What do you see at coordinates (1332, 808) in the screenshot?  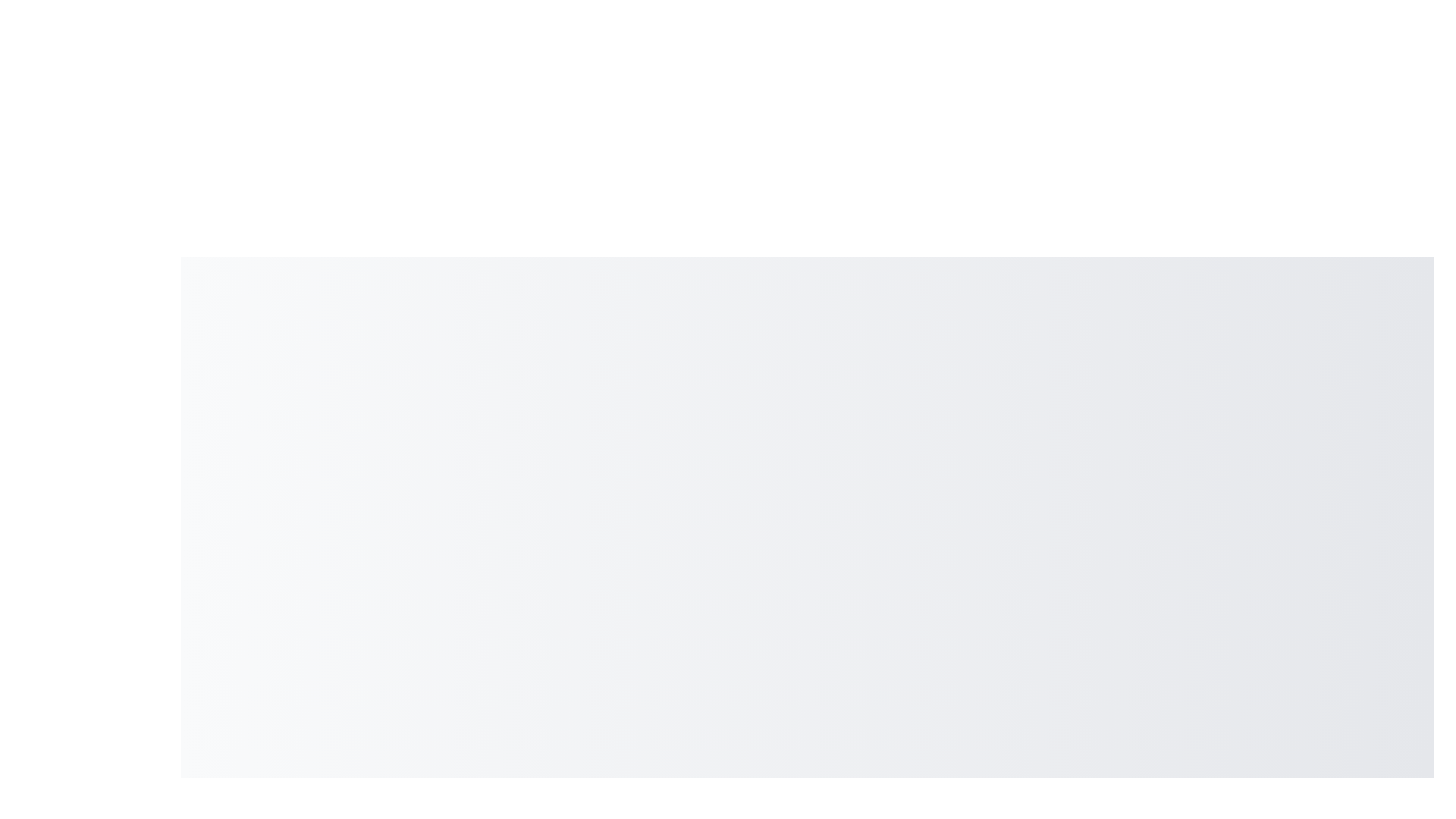 I see `the floating action button to toggle the speed dial menu` at bounding box center [1332, 808].